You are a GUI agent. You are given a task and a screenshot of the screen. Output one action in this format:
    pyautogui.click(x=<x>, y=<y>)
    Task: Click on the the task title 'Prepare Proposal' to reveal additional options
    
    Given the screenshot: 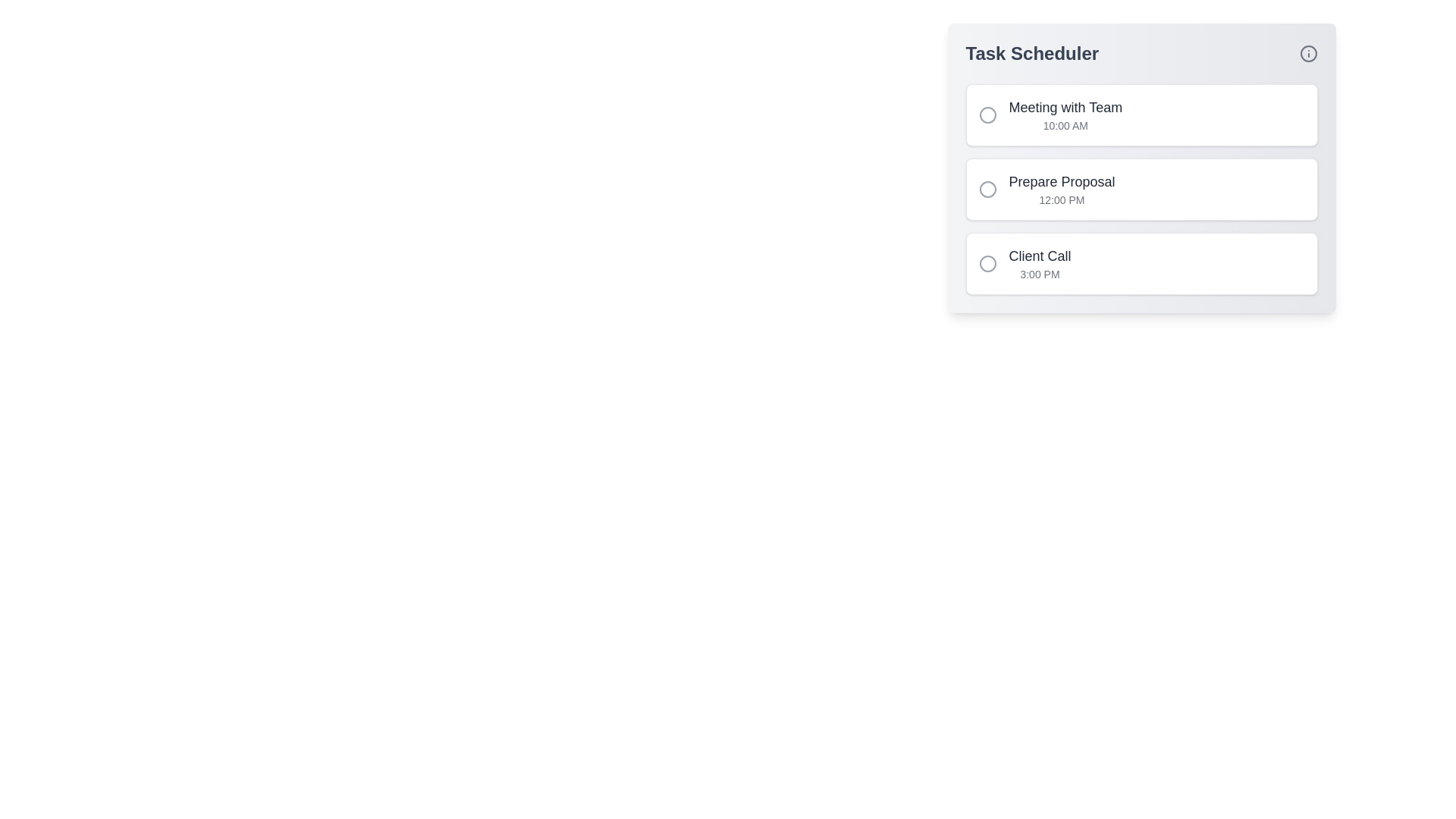 What is the action you would take?
    pyautogui.click(x=1061, y=180)
    